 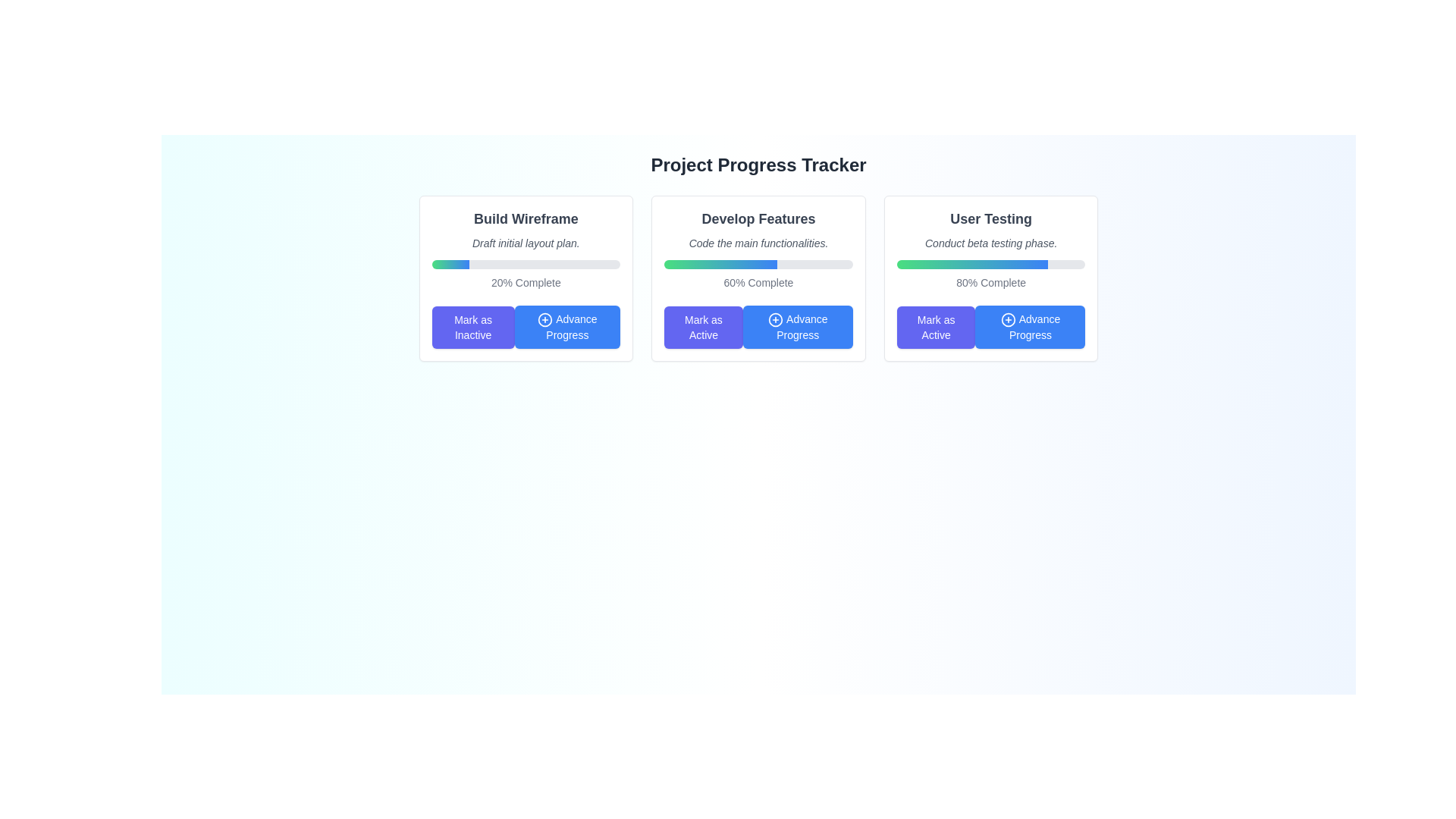 What do you see at coordinates (526, 263) in the screenshot?
I see `the Progress bar that visually indicates the completion percentage of the 'Build Wireframe' task, located centrally within the 'Build Wireframe' card` at bounding box center [526, 263].